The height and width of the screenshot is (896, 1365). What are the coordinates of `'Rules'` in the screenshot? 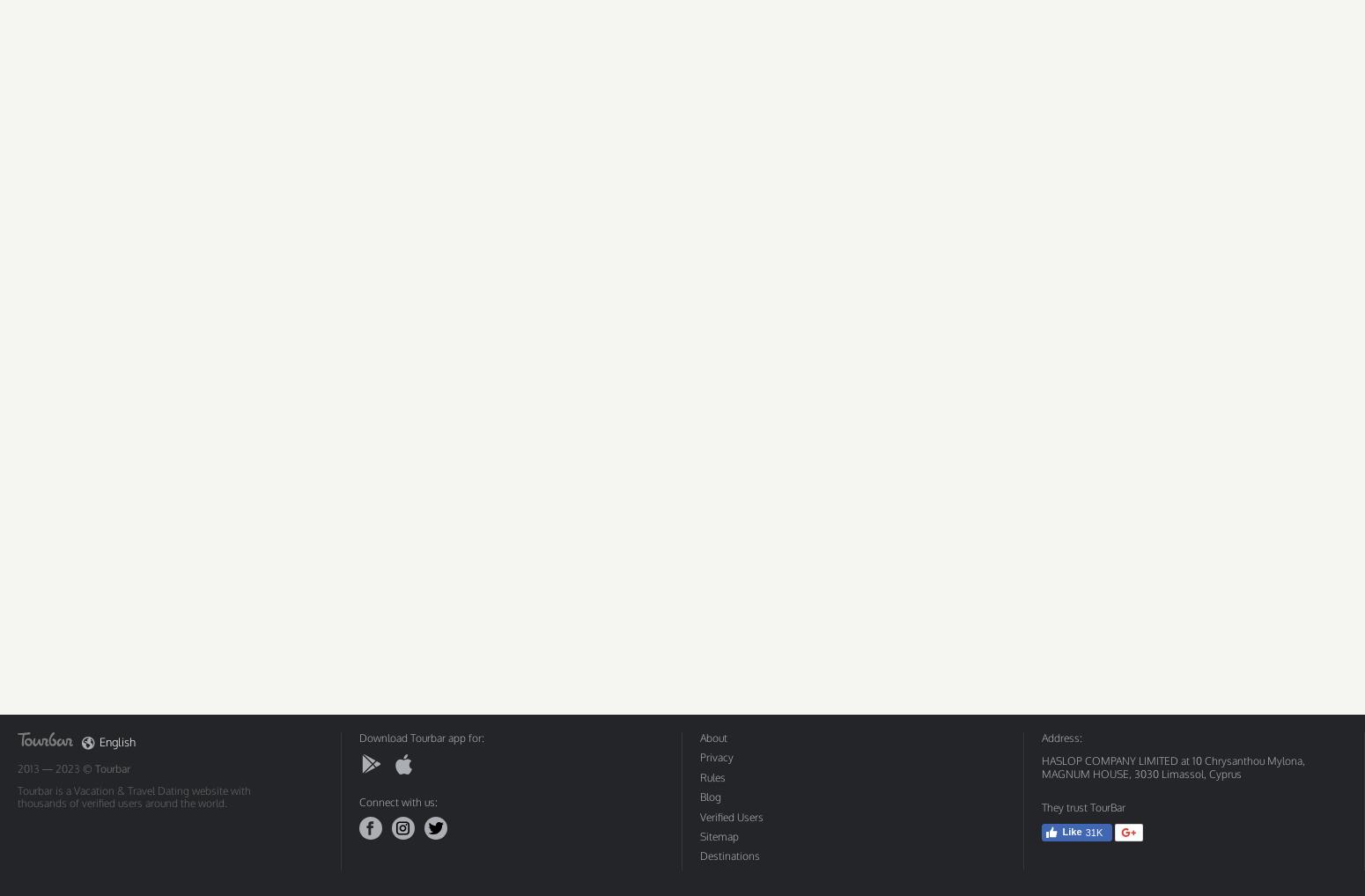 It's located at (712, 776).